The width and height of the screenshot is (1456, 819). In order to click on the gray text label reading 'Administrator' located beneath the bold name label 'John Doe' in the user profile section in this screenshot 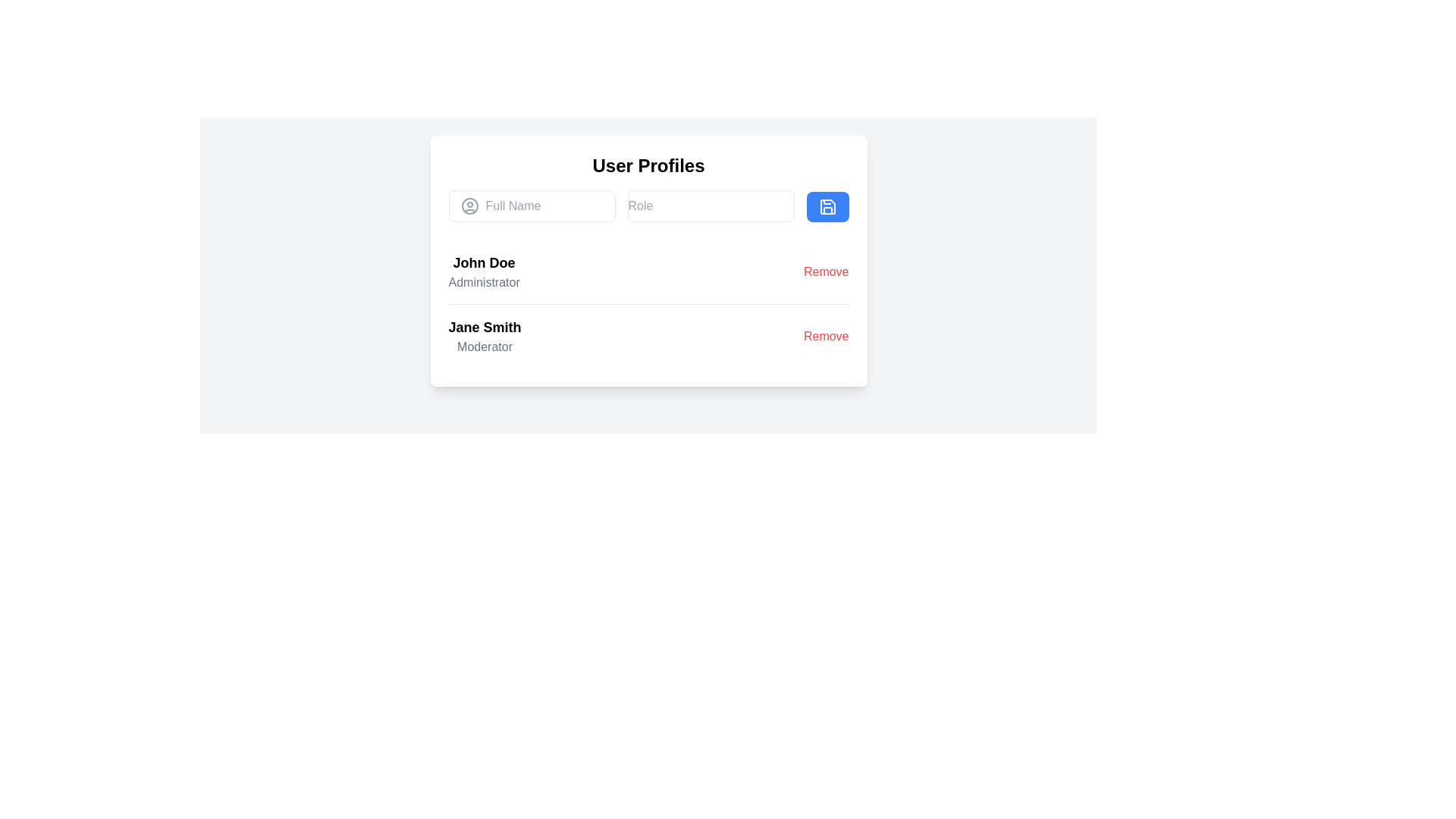, I will do `click(483, 283)`.